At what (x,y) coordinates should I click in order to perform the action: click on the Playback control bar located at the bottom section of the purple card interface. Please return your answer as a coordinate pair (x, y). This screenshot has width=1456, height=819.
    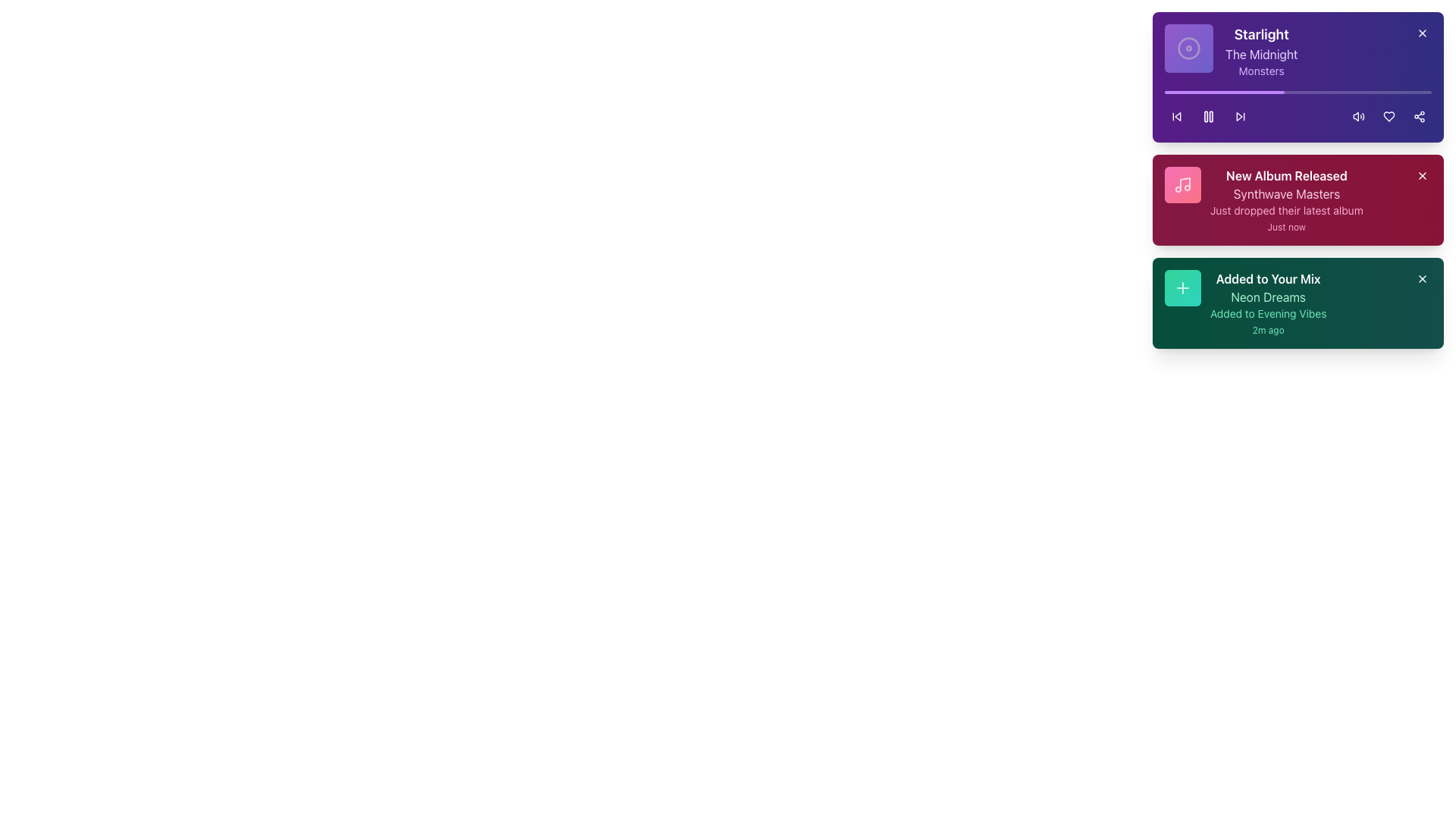
    Looking at the image, I should click on (1298, 116).